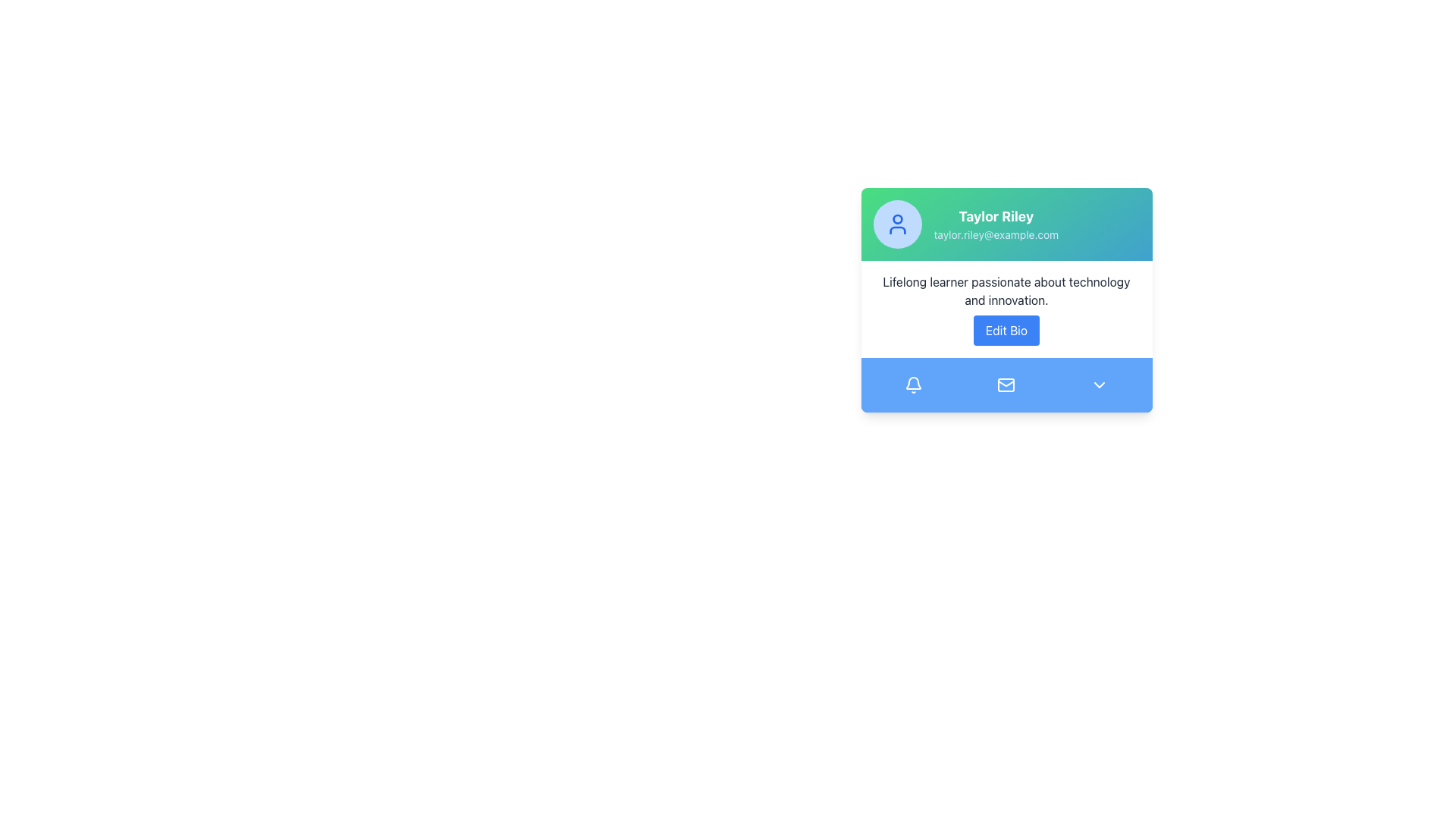 This screenshot has width=1456, height=819. What do you see at coordinates (1006, 382) in the screenshot?
I see `the message/email/notification icon located in the blue section beneath the user profile card, which is the second element from the left in the icon set` at bounding box center [1006, 382].